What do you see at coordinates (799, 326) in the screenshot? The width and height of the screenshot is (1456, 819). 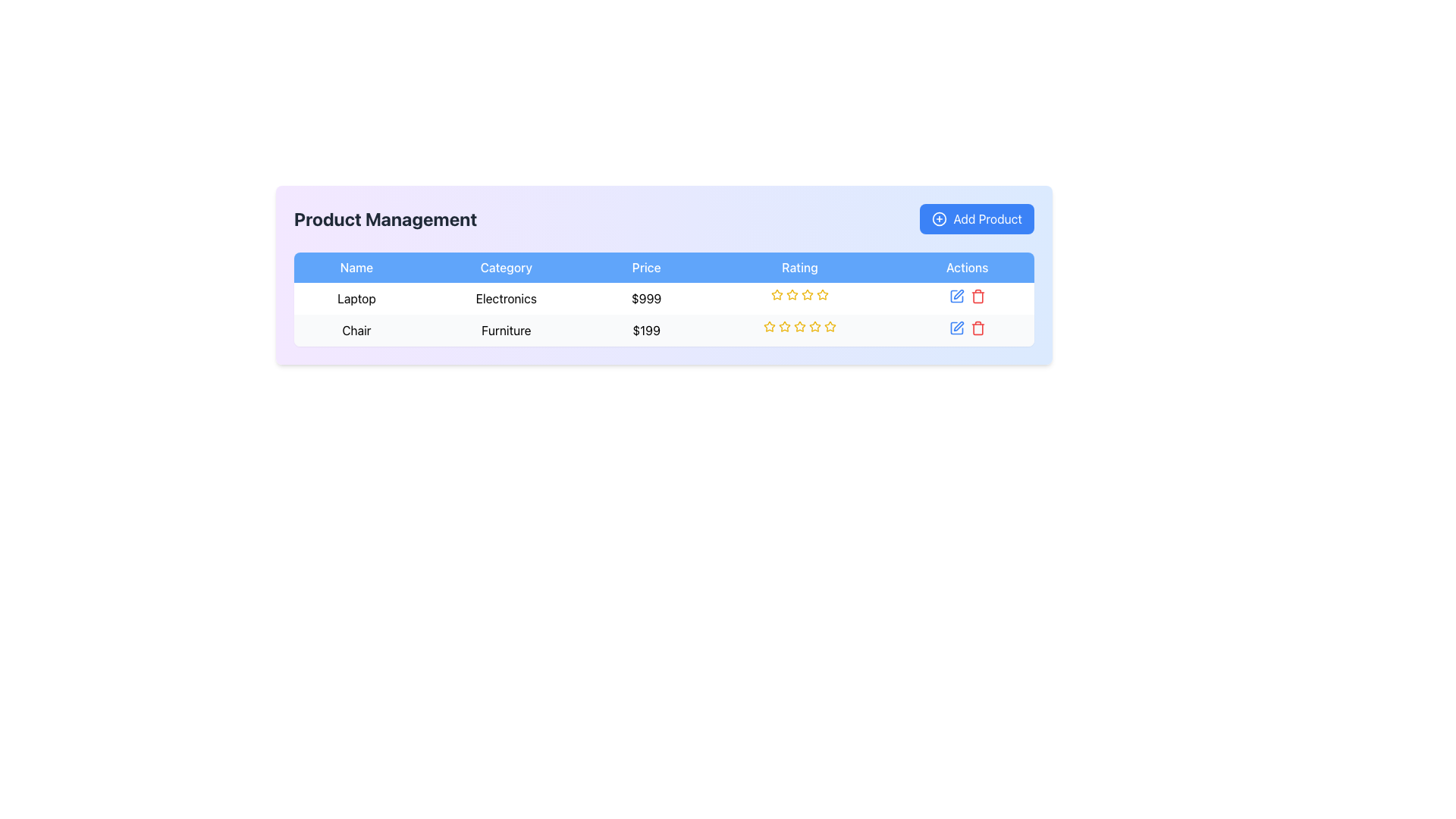 I see `the fourth star icon in the rating column of the second table row for the product 'Chair'` at bounding box center [799, 326].